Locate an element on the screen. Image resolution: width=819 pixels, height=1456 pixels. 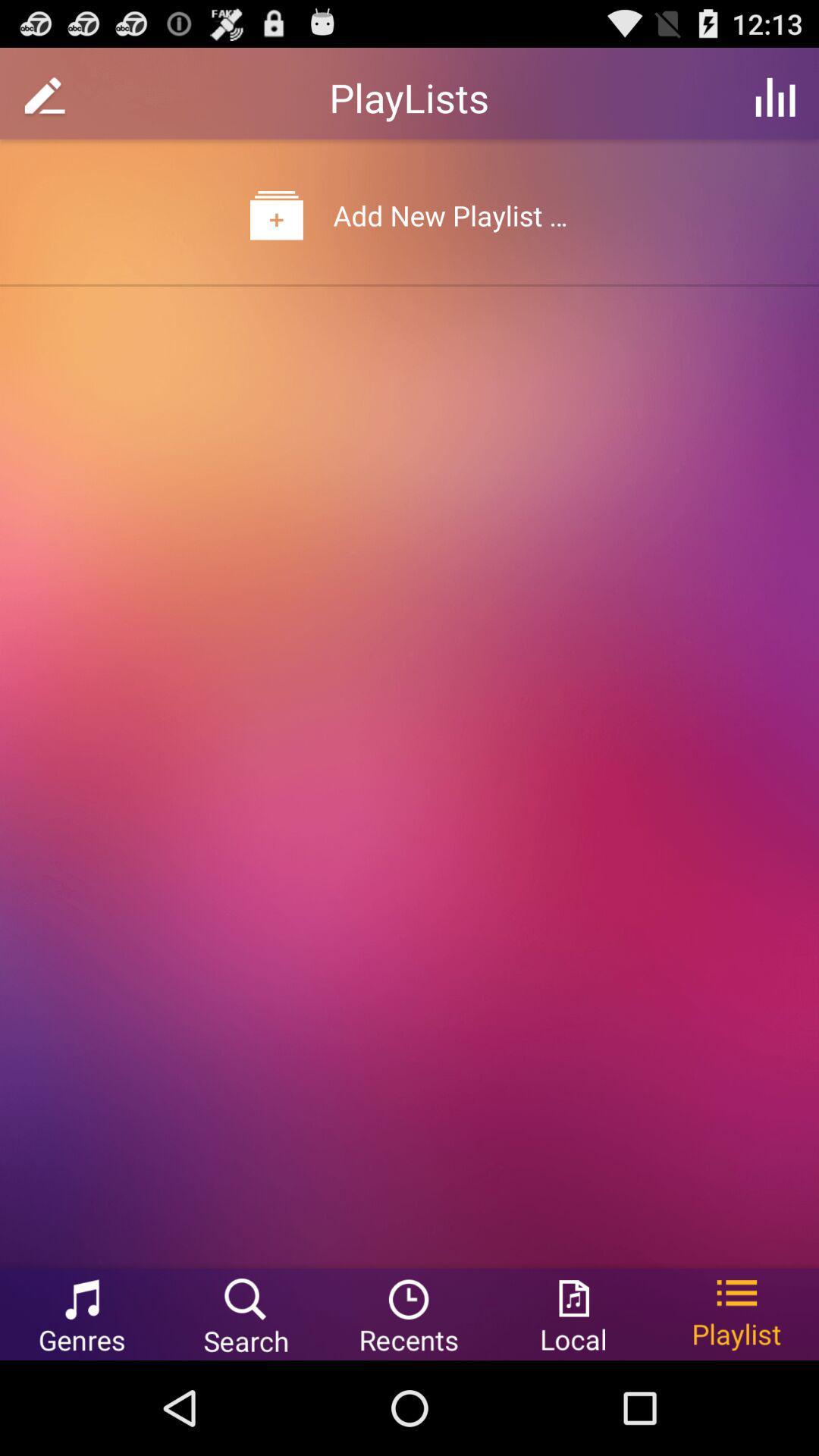
the list icon is located at coordinates (736, 1407).